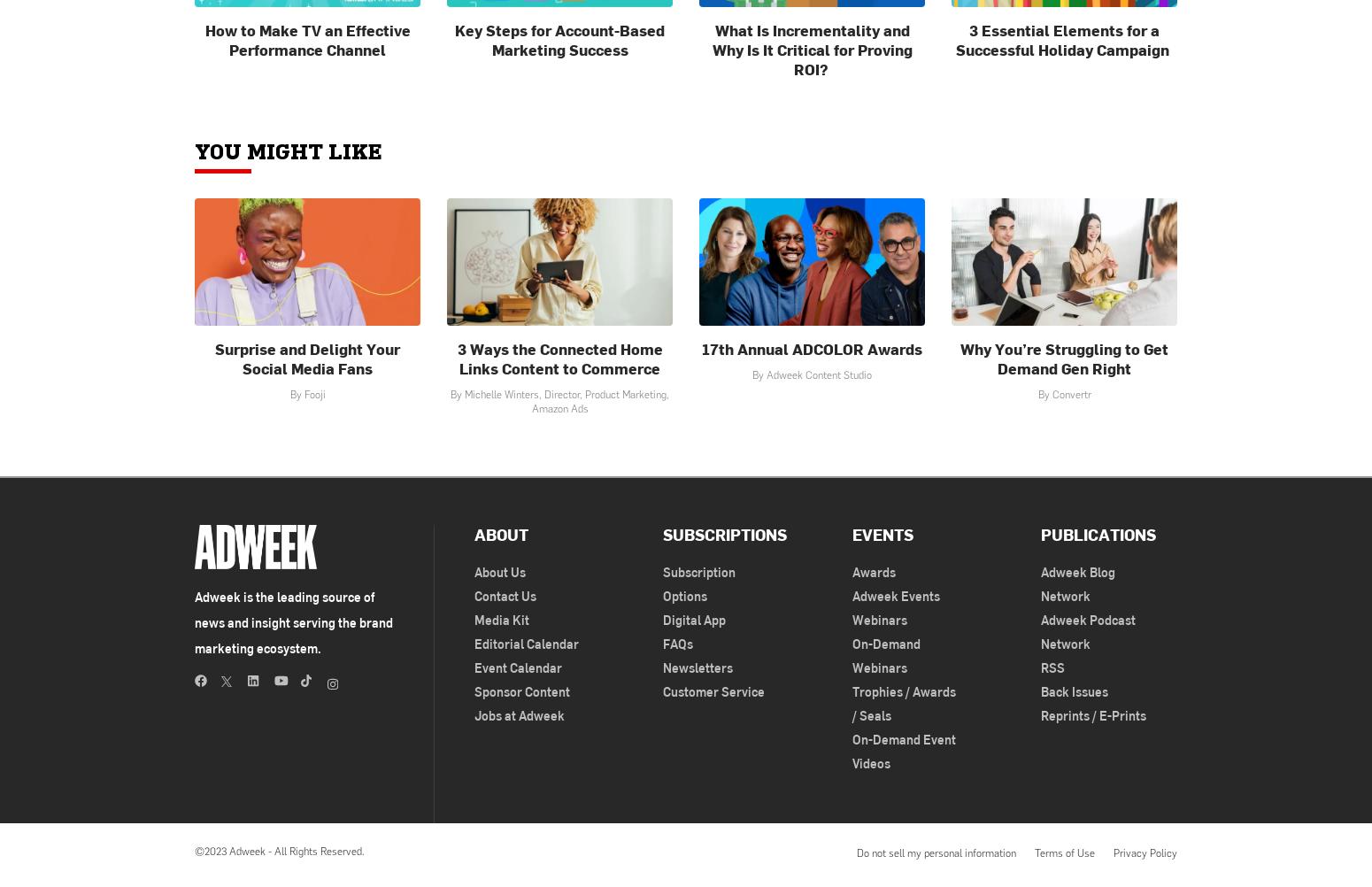 The width and height of the screenshot is (1372, 887). I want to click on '©2023 Adweek - All Rights Reserved.', so click(279, 850).